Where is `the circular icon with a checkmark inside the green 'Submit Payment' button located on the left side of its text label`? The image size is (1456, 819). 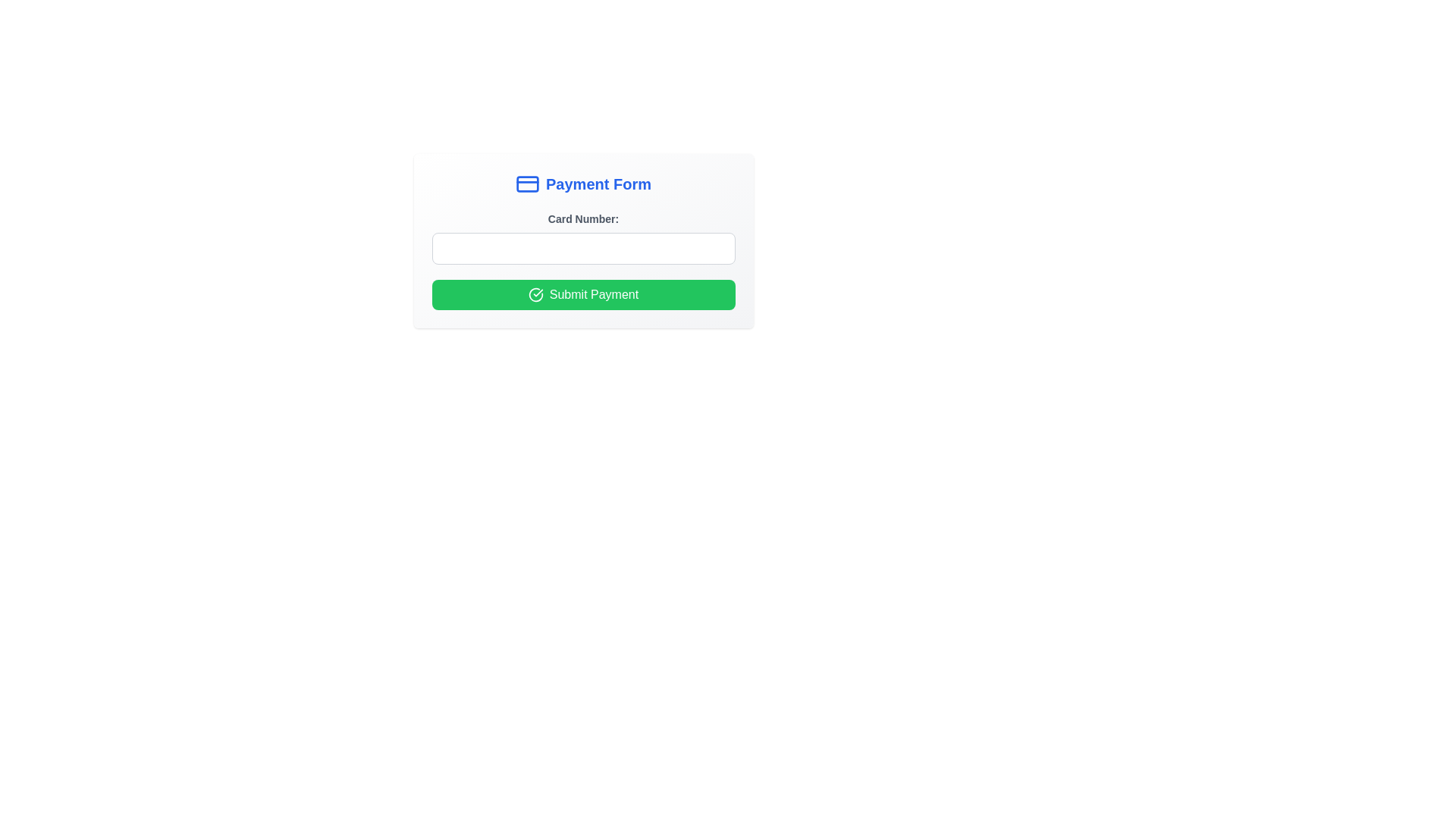
the circular icon with a checkmark inside the green 'Submit Payment' button located on the left side of its text label is located at coordinates (535, 295).